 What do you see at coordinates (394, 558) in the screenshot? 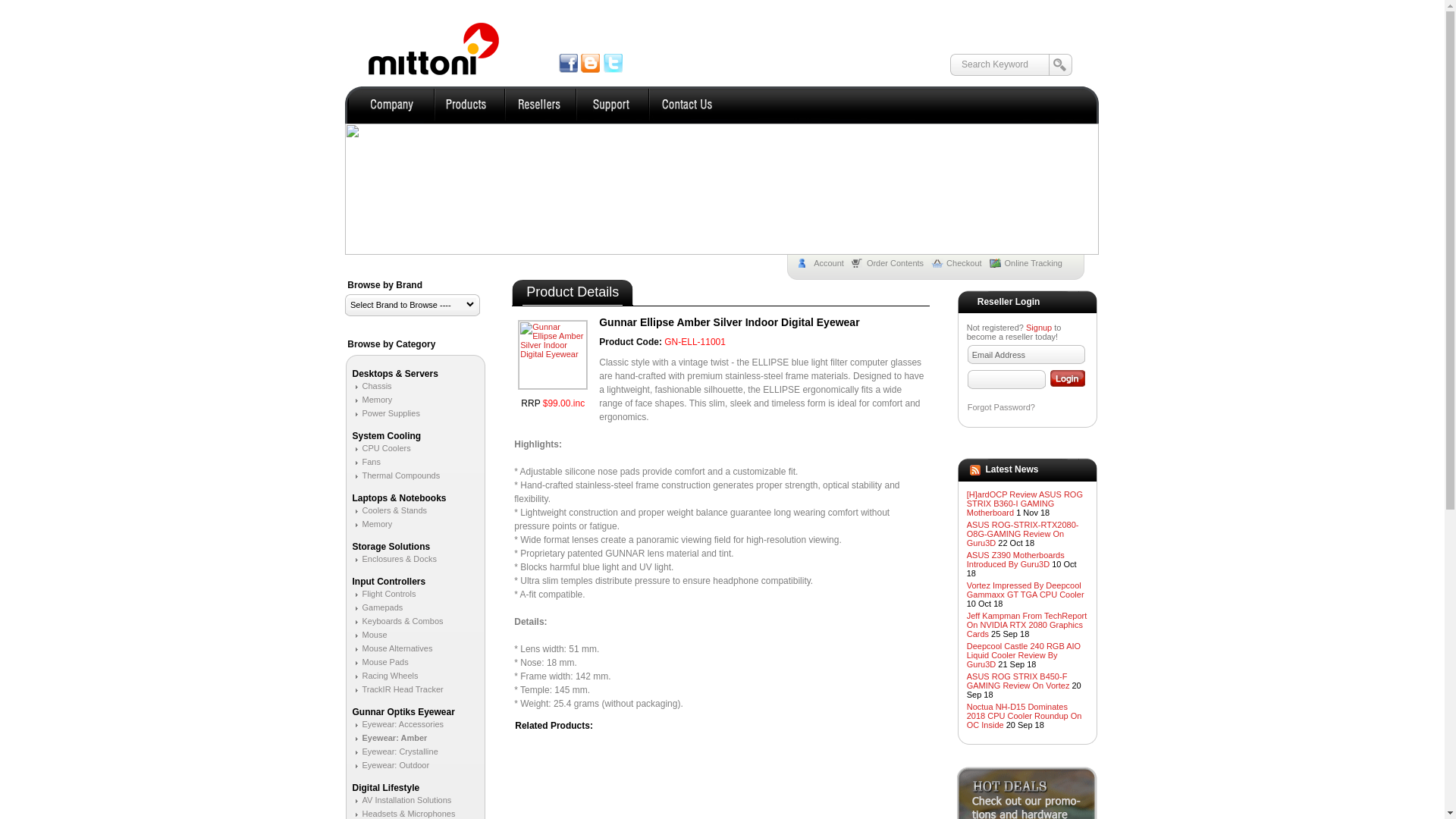
I see `'Enclosures & Docks'` at bounding box center [394, 558].